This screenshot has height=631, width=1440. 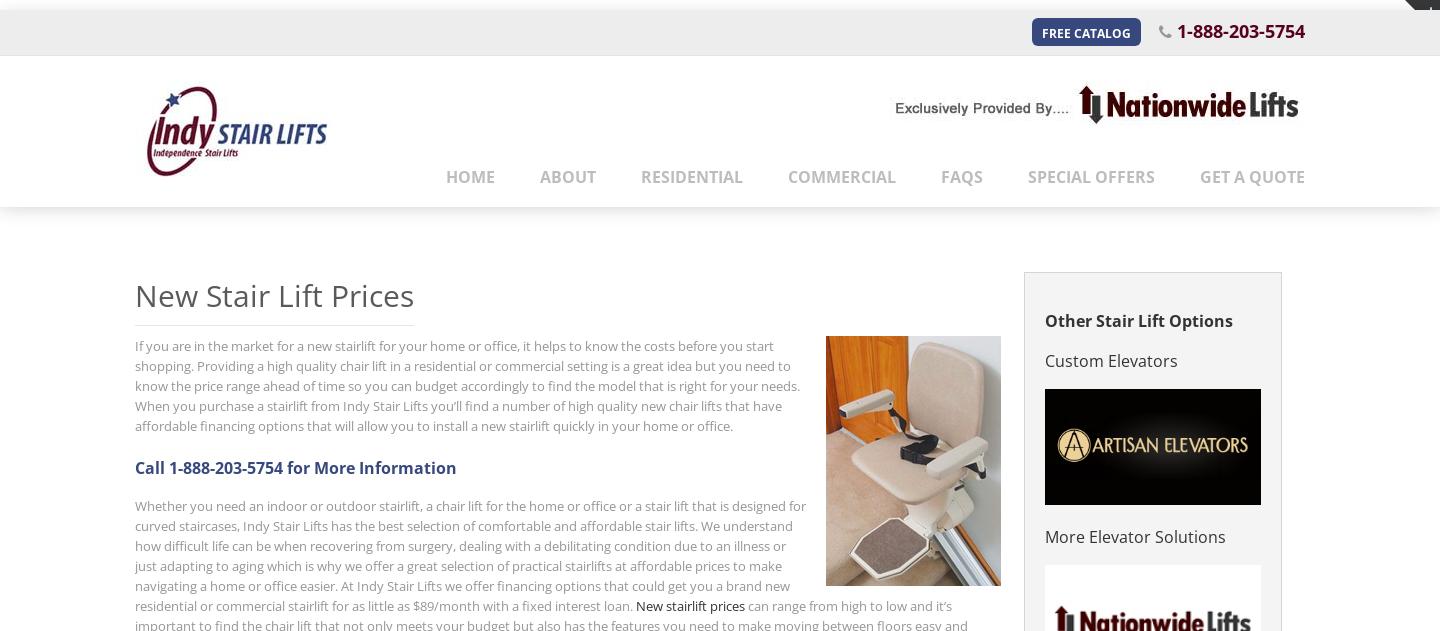 I want to click on 'Home', so click(x=470, y=175).